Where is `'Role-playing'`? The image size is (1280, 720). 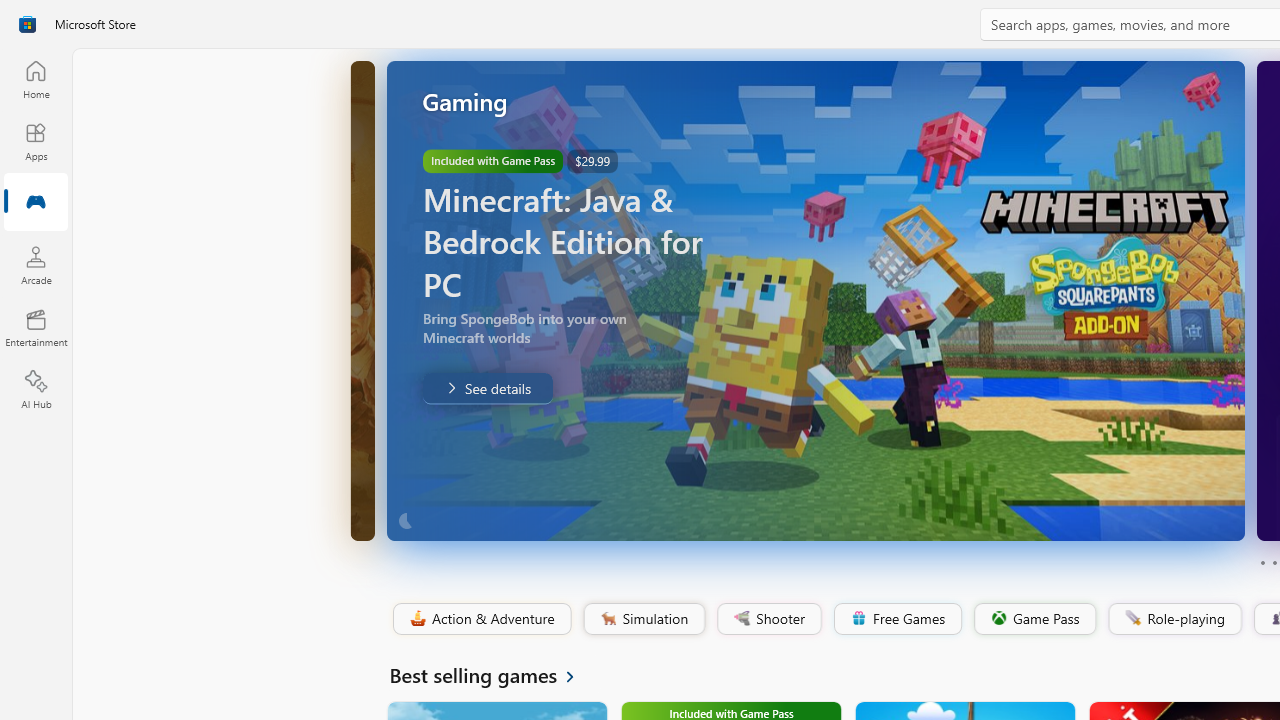
'Role-playing' is located at coordinates (1175, 618).